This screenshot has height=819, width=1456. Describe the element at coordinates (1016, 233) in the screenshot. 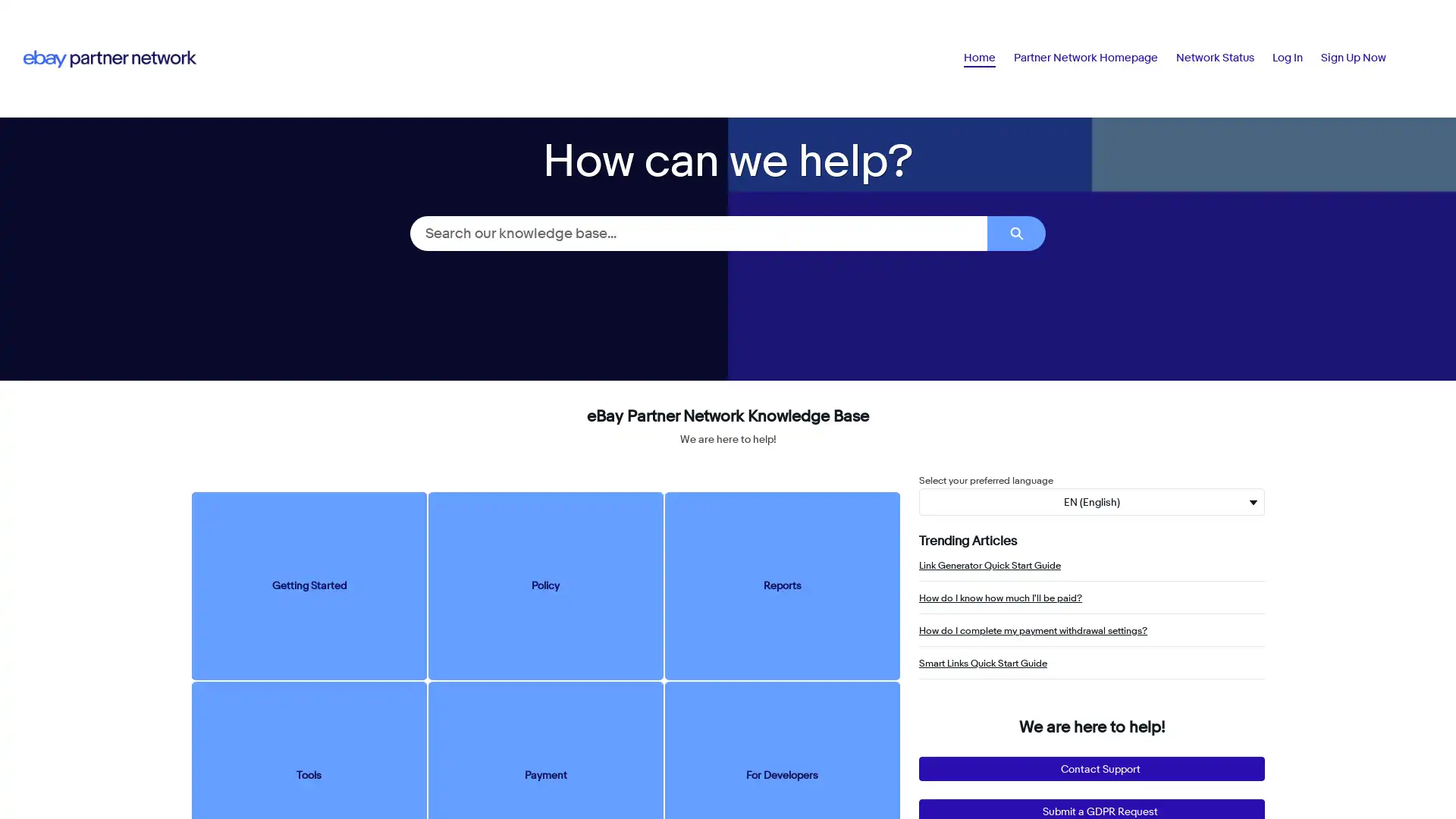

I see `Search` at that location.